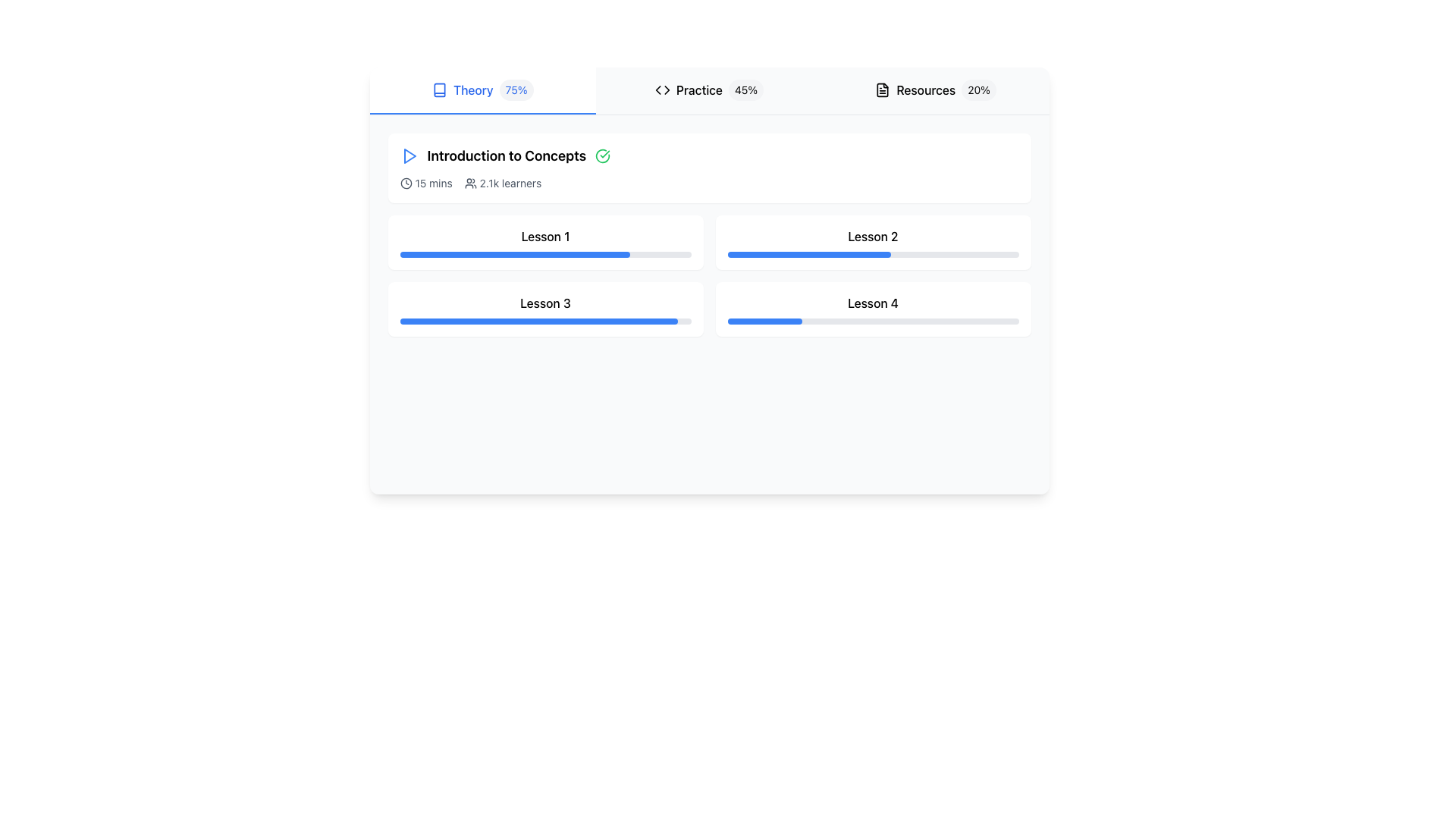  I want to click on the progress bar located below the text block labeled 'Lesson 1', which indicates the completion percentage of the associated activity or lesson, so click(545, 253).